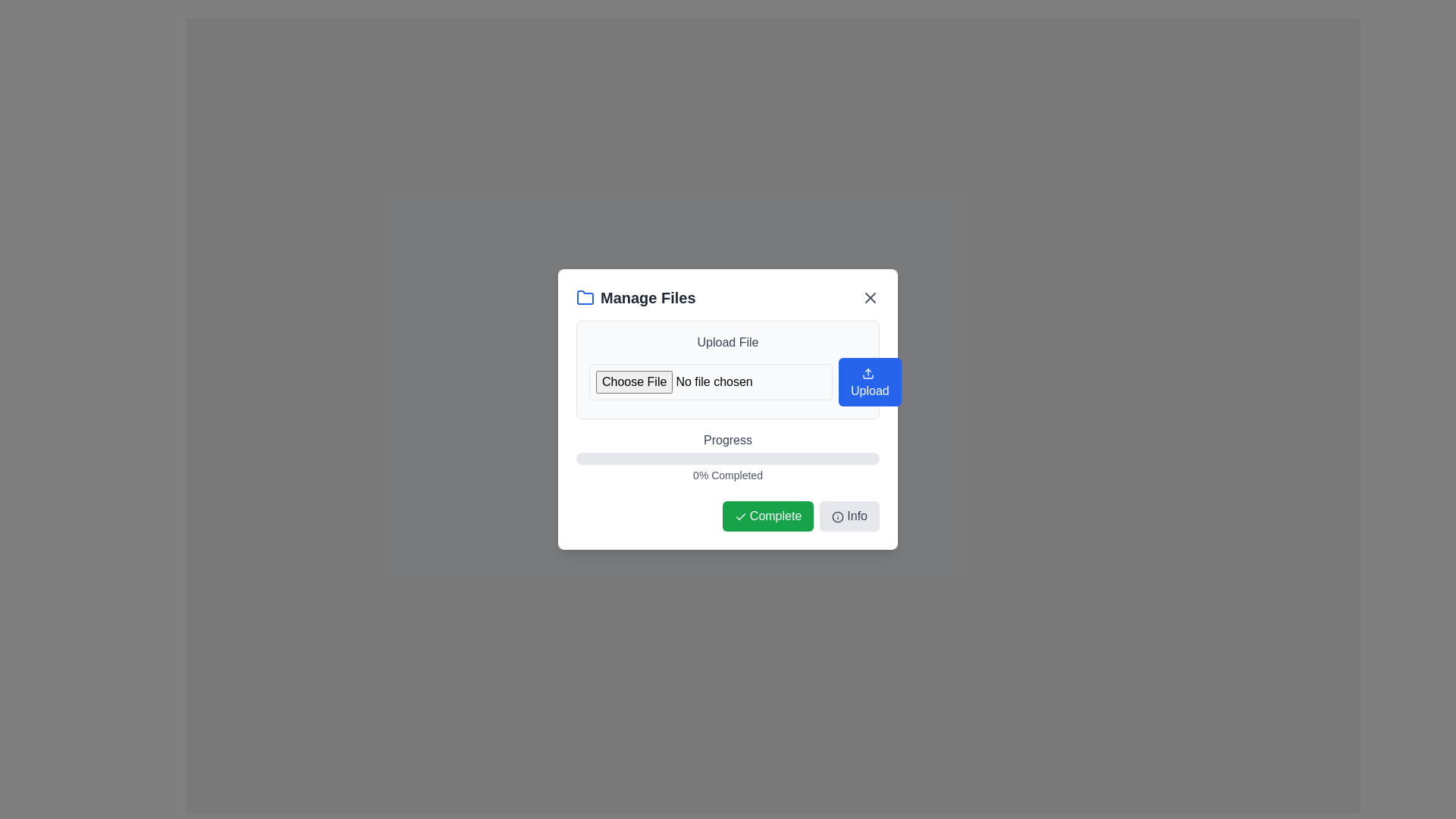 This screenshot has height=819, width=1456. What do you see at coordinates (635, 298) in the screenshot?
I see `the label with decorative icon indicating file management in the upper-left corner of the pop-up dialog box` at bounding box center [635, 298].